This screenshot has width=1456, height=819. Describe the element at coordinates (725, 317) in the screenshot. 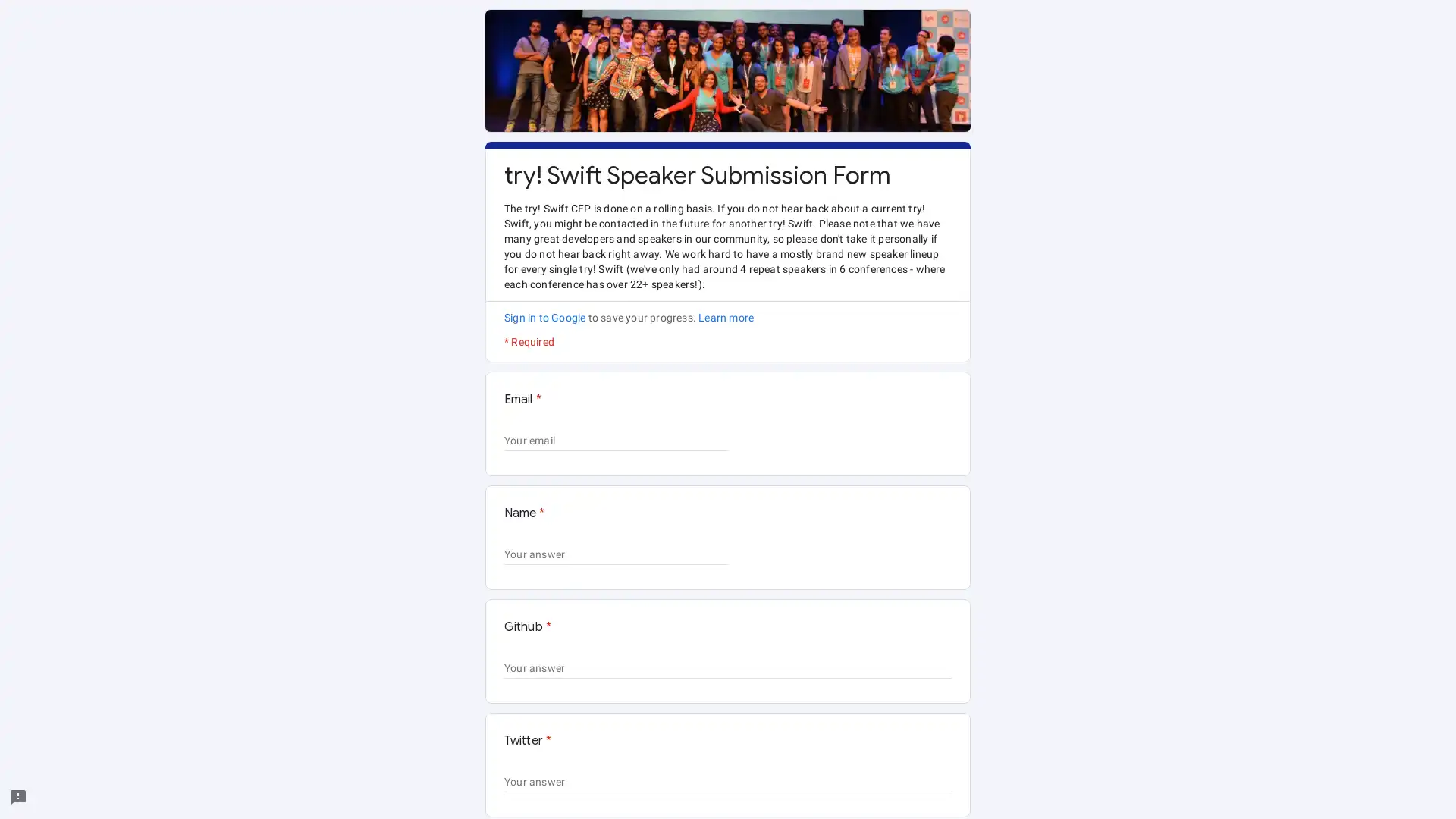

I see `Learn more` at that location.